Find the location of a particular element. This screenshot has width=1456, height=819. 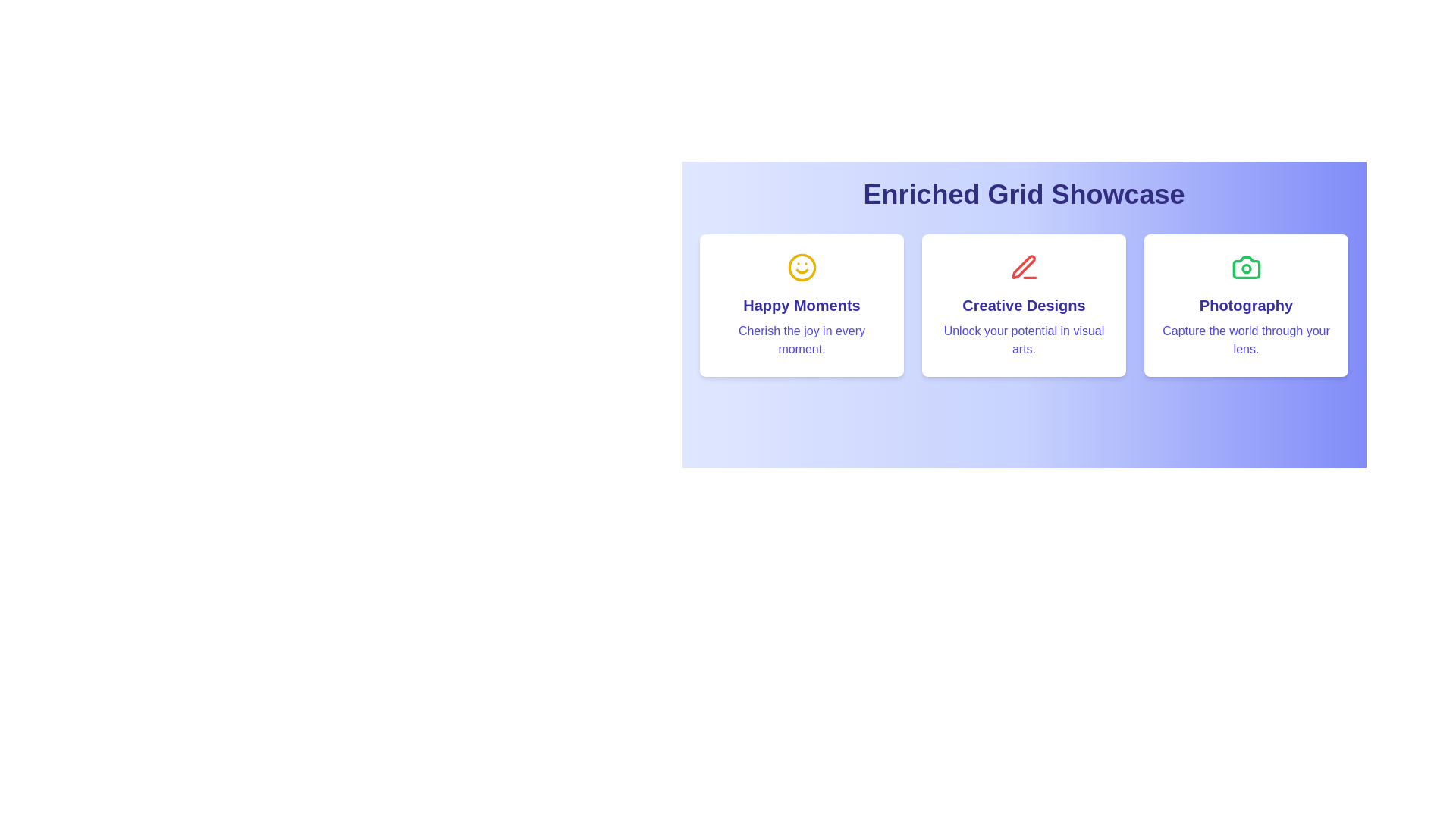

the text block displaying 'Cherish the joy in every moment.' which is located below the 'Happy Moments' heading within the first card is located at coordinates (801, 339).